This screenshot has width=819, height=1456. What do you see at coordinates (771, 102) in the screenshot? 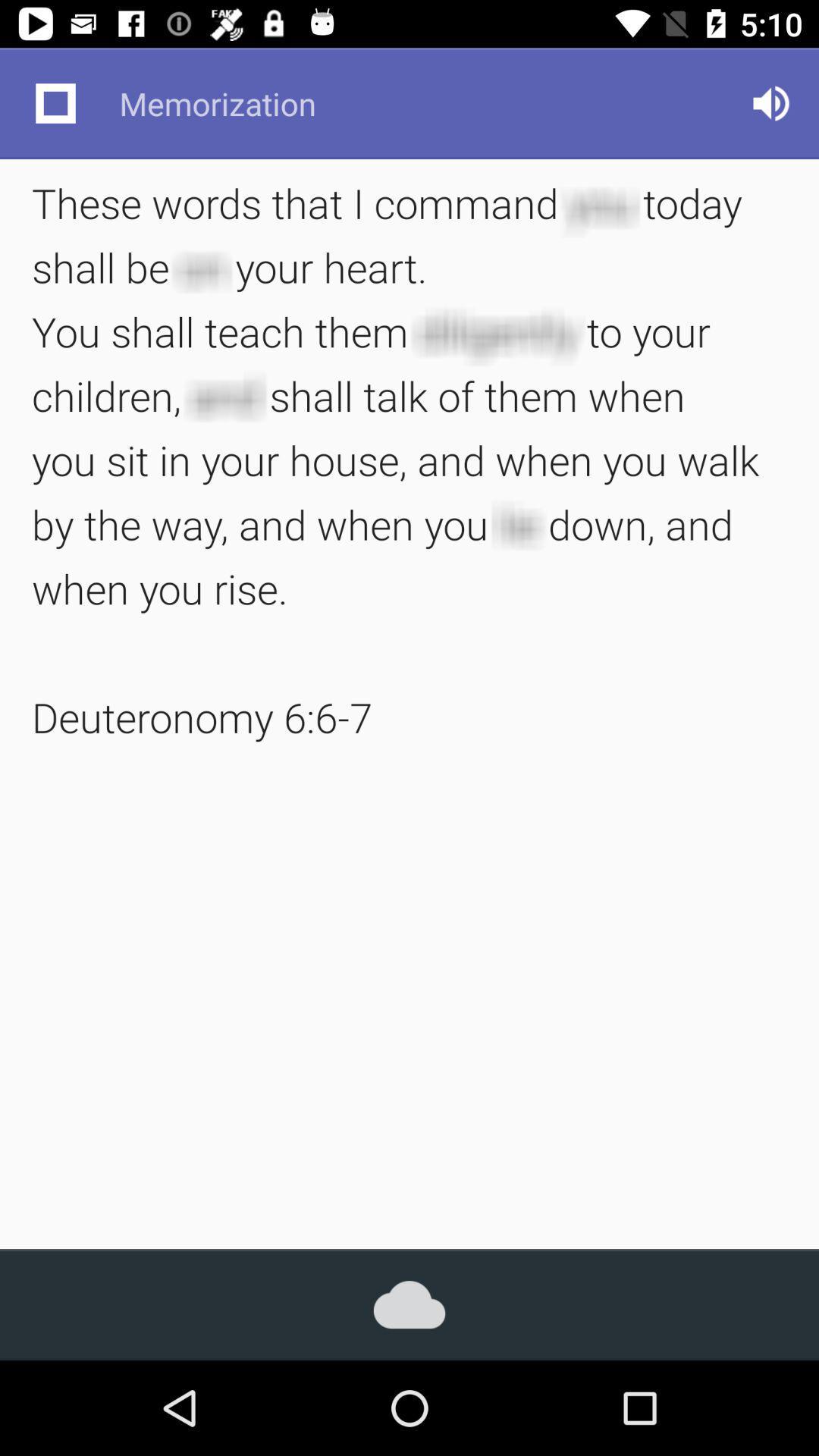
I see `icon at the top right corner` at bounding box center [771, 102].